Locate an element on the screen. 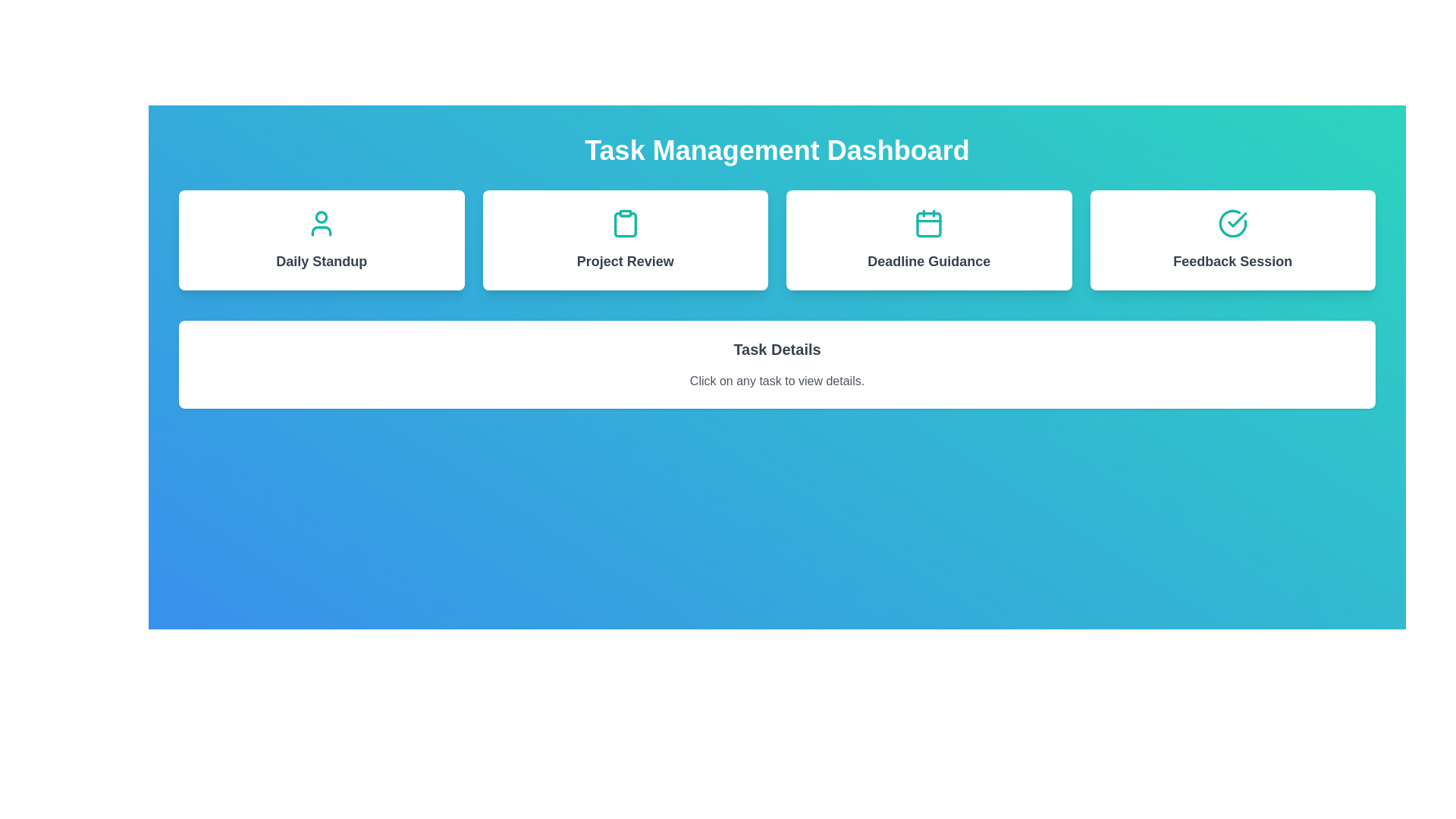 The width and height of the screenshot is (1456, 819). the small SVG Circle with a teal stroke and white fill, which is part of the icon representation above the 'Daily Standup' label in the user interface is located at coordinates (321, 217).